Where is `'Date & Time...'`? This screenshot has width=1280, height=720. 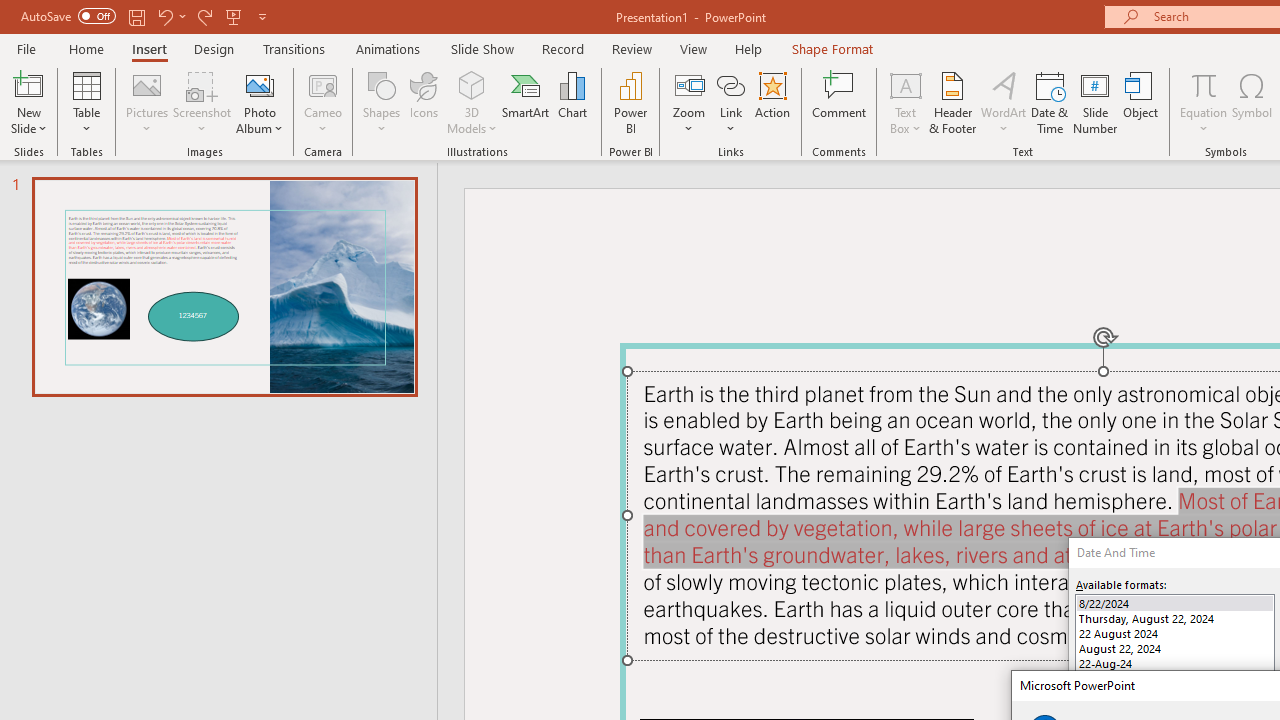 'Date & Time...' is located at coordinates (1049, 103).